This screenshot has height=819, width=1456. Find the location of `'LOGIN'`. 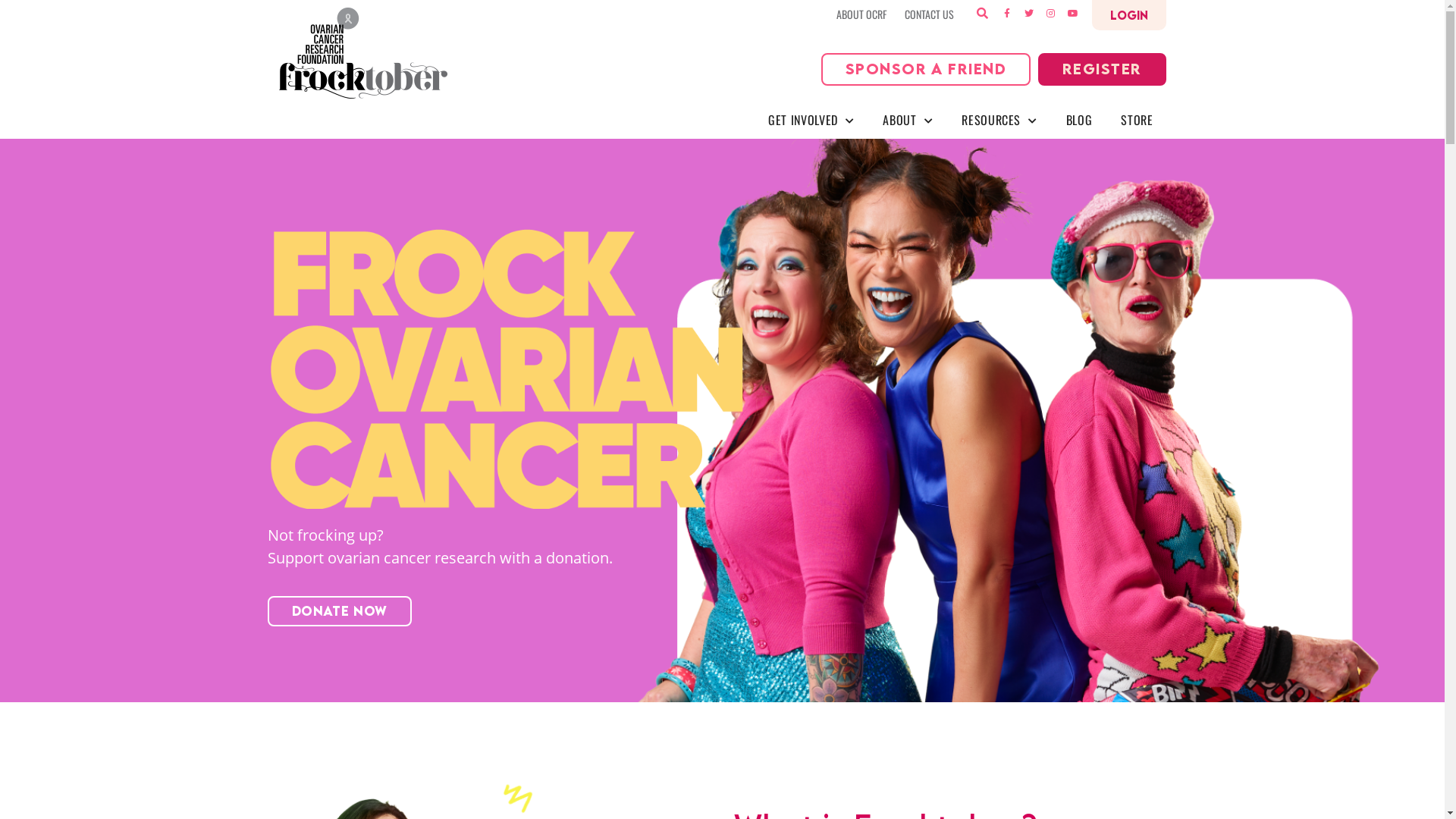

'LOGIN' is located at coordinates (1128, 14).